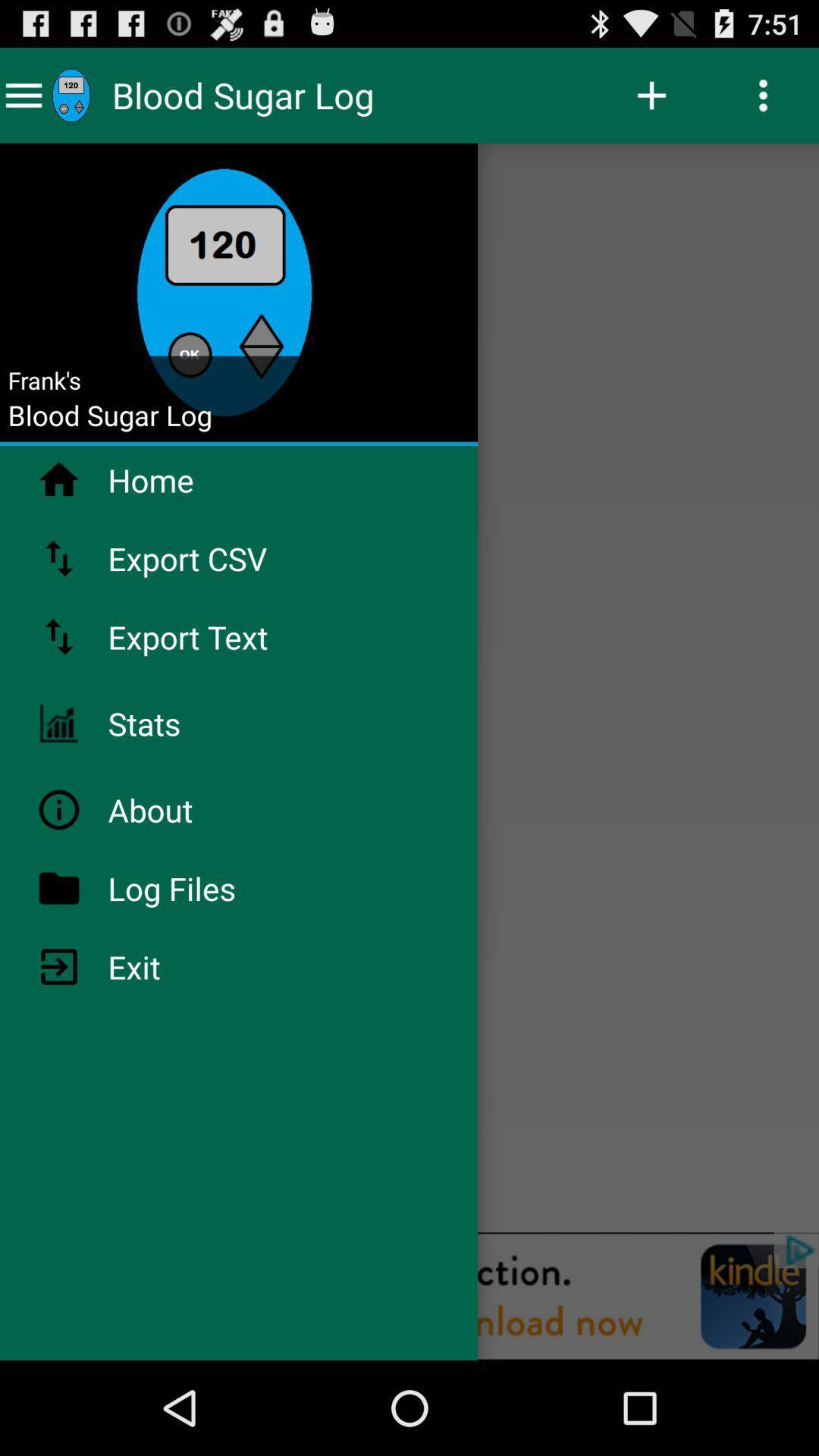 Image resolution: width=819 pixels, height=1456 pixels. What do you see at coordinates (227, 637) in the screenshot?
I see `app below export csv` at bounding box center [227, 637].